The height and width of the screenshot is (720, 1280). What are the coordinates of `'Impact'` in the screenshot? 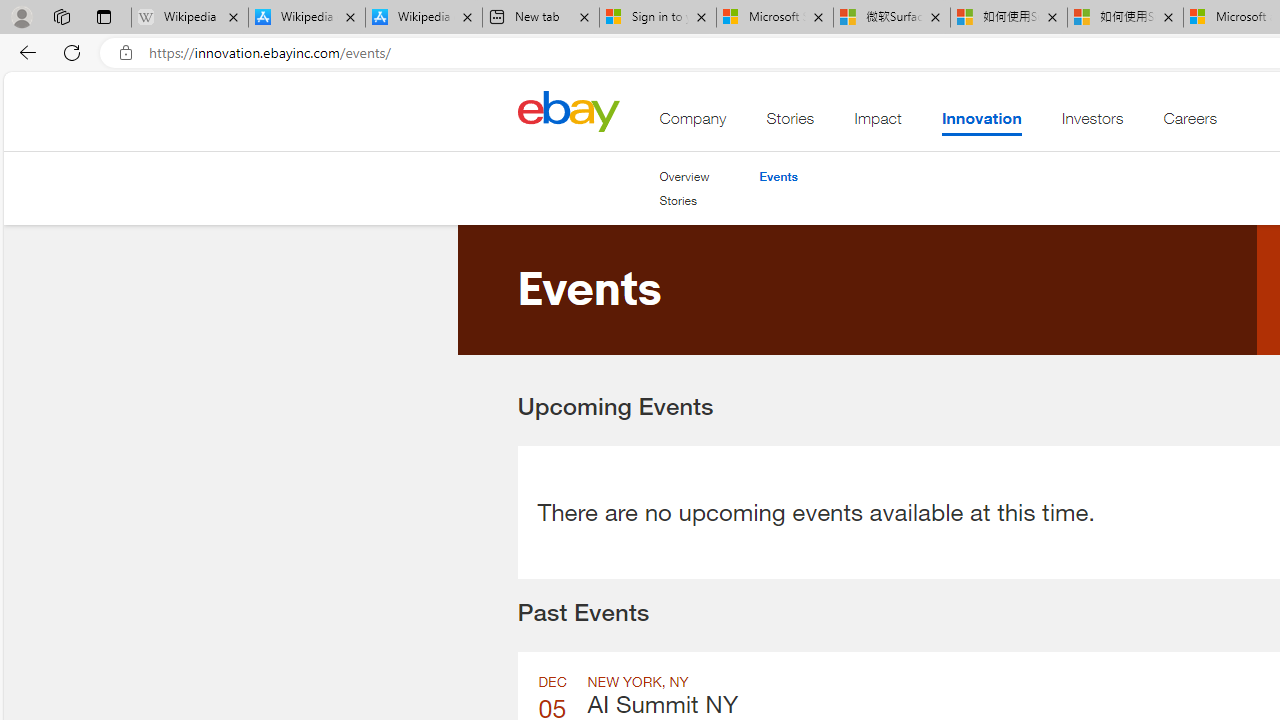 It's located at (878, 123).